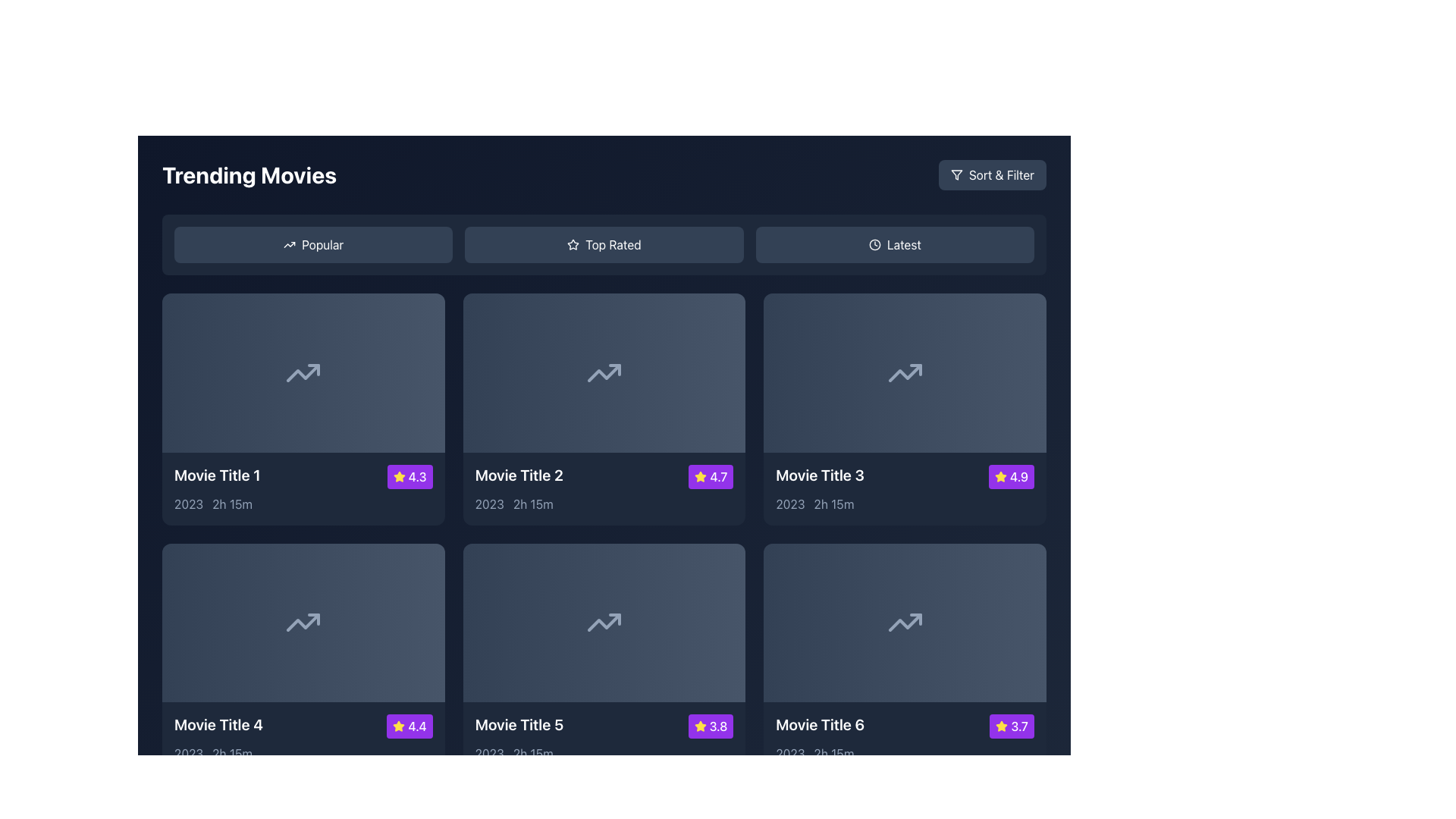 This screenshot has width=1456, height=819. I want to click on the decorative Vector icon graphic associated with 'Movie Title 3' in the 'Trending Movies' grid, so click(905, 372).